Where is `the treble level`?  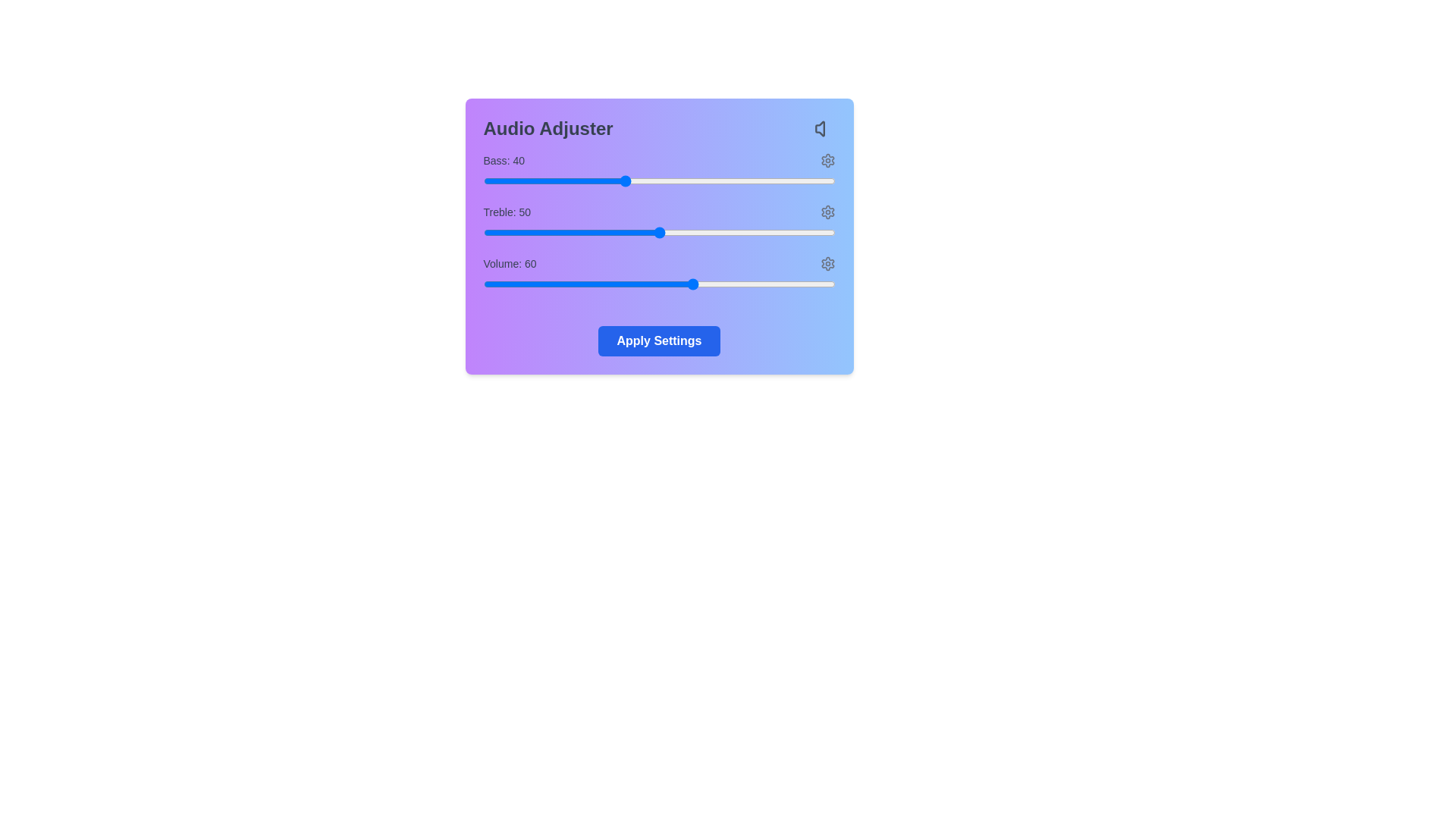 the treble level is located at coordinates (617, 233).